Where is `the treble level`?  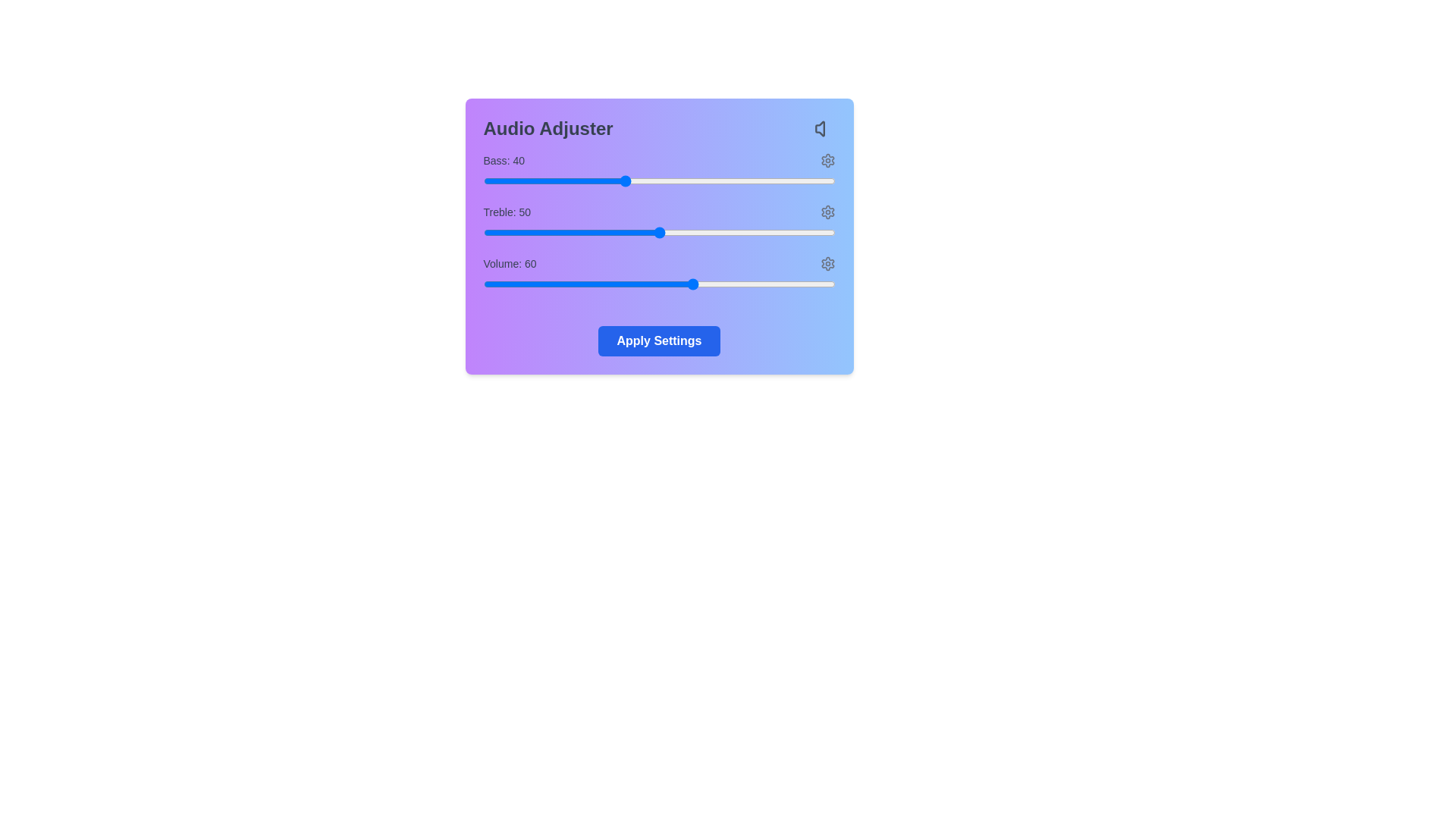 the treble level is located at coordinates (617, 233).